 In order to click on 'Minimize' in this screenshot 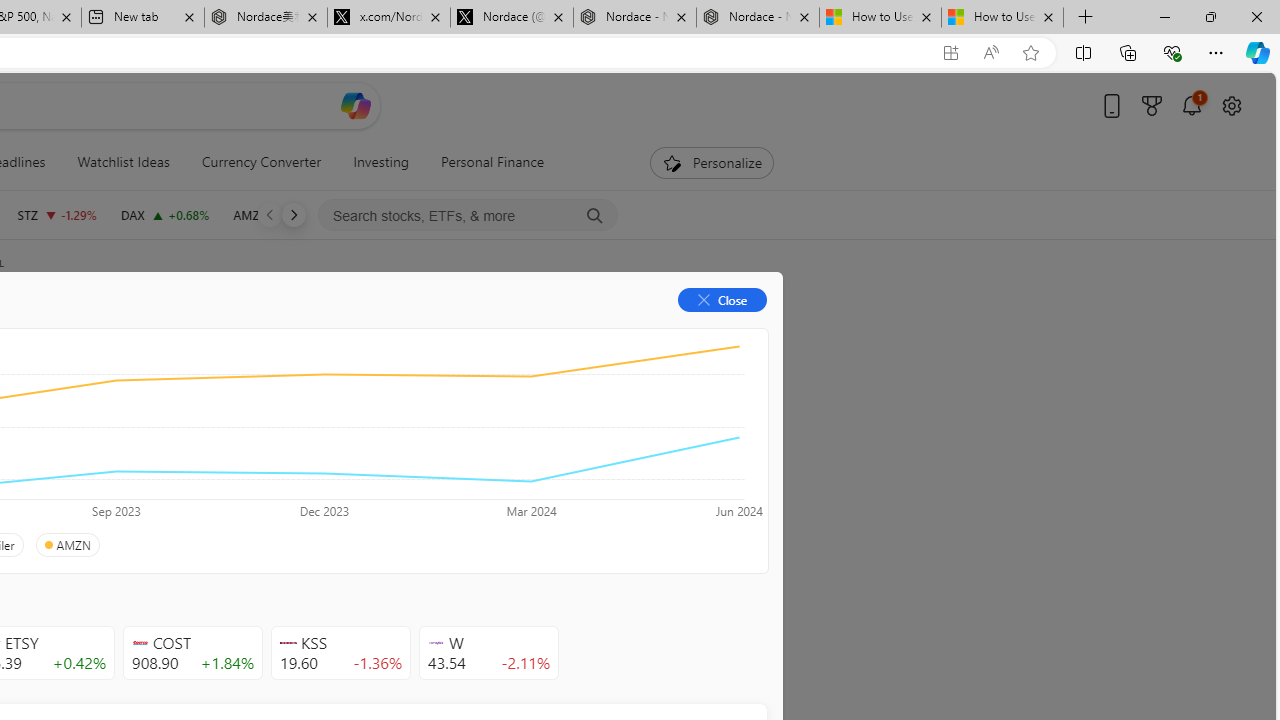, I will do `click(1164, 16)`.